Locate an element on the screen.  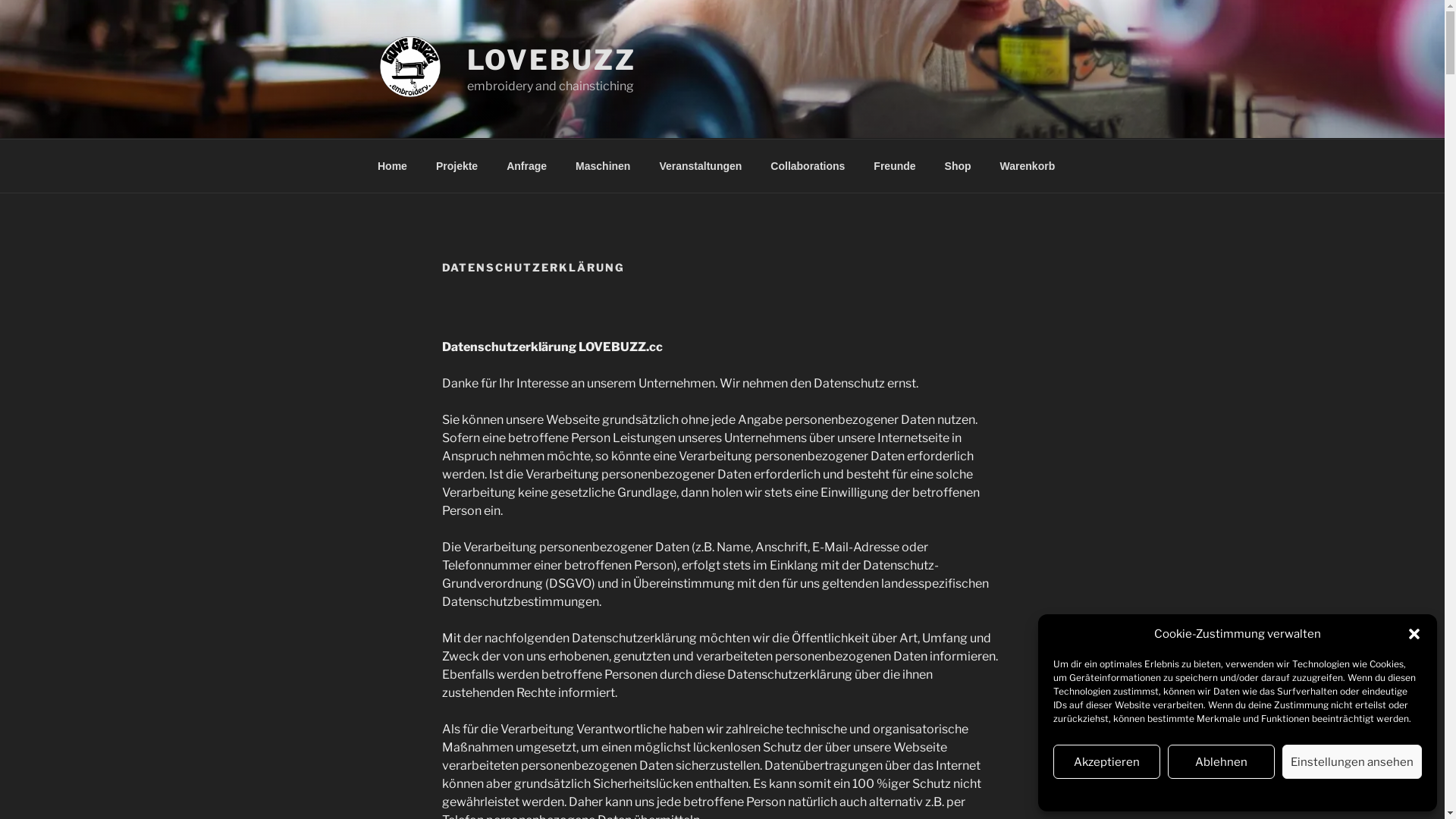
'Warenkorb' is located at coordinates (1027, 165).